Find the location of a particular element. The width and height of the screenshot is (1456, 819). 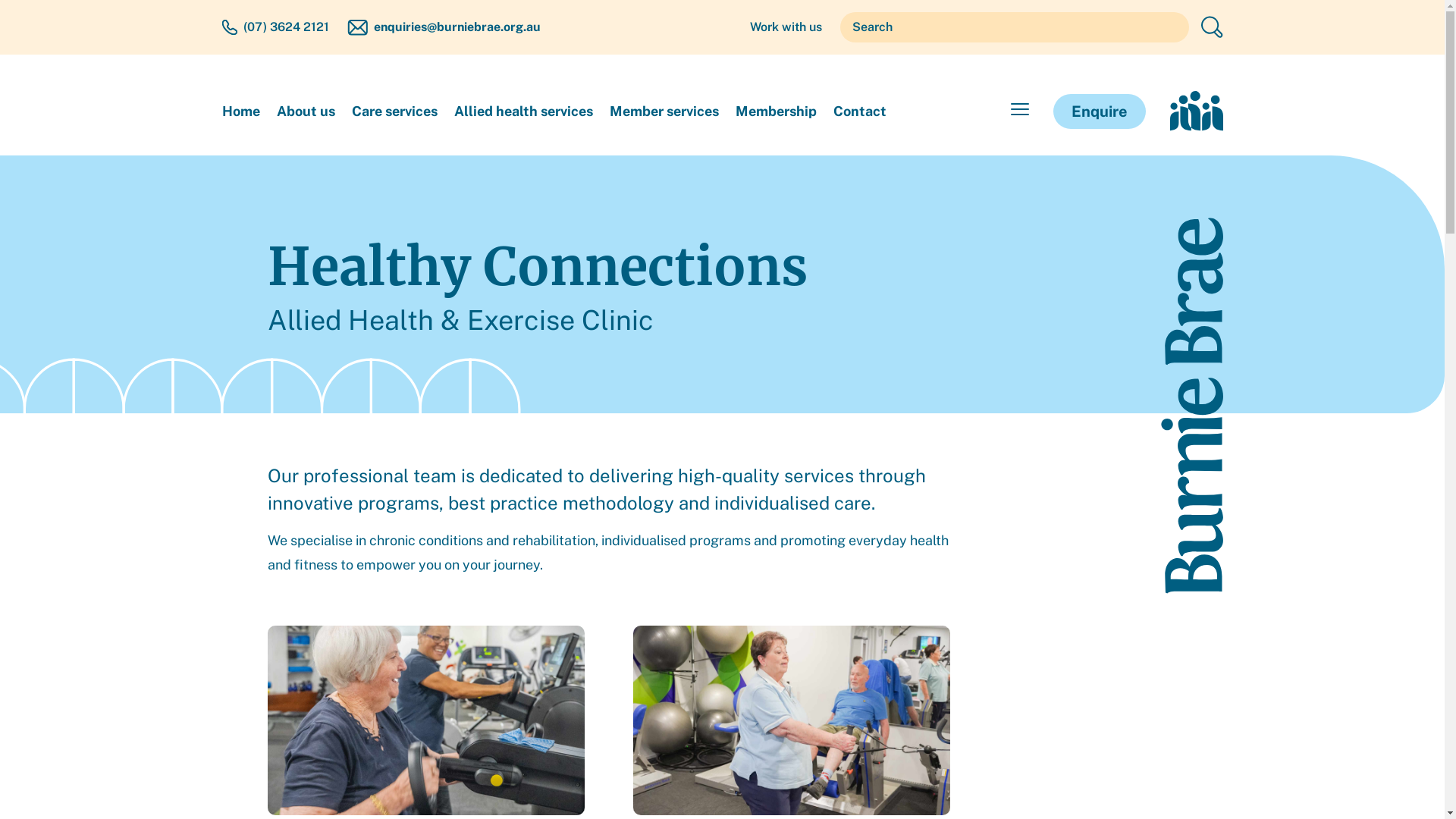

'Allied health services' is located at coordinates (522, 110).